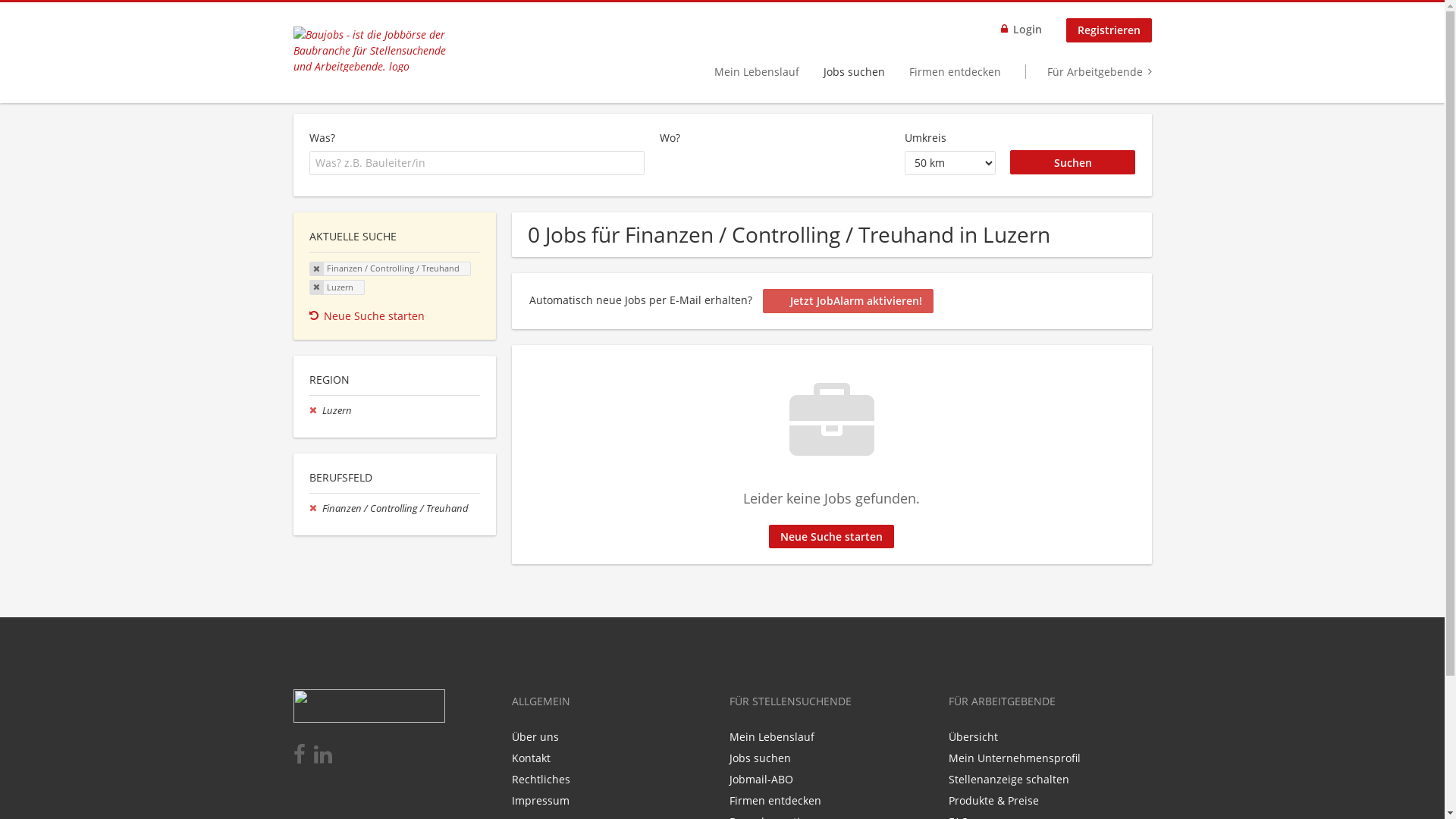  What do you see at coordinates (1009, 162) in the screenshot?
I see `'Suchen'` at bounding box center [1009, 162].